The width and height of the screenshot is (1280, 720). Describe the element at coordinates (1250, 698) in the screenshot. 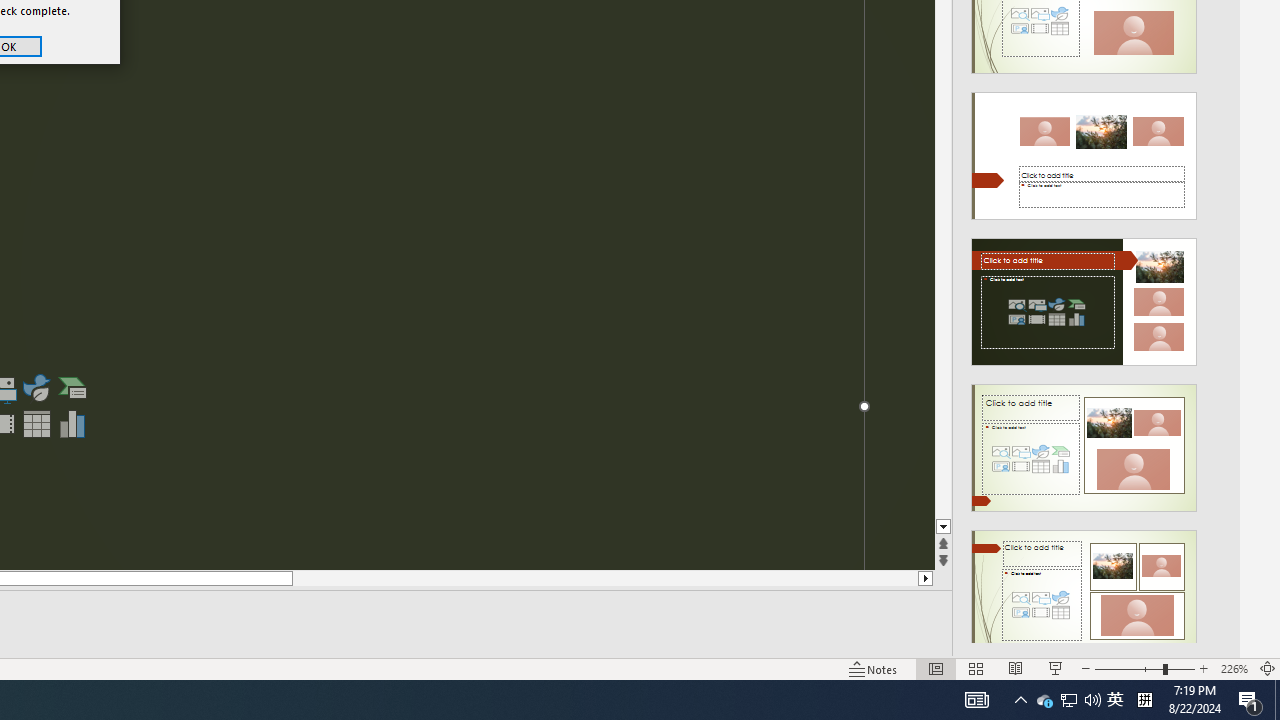

I see `'Action Center, 1 new notification'` at that location.